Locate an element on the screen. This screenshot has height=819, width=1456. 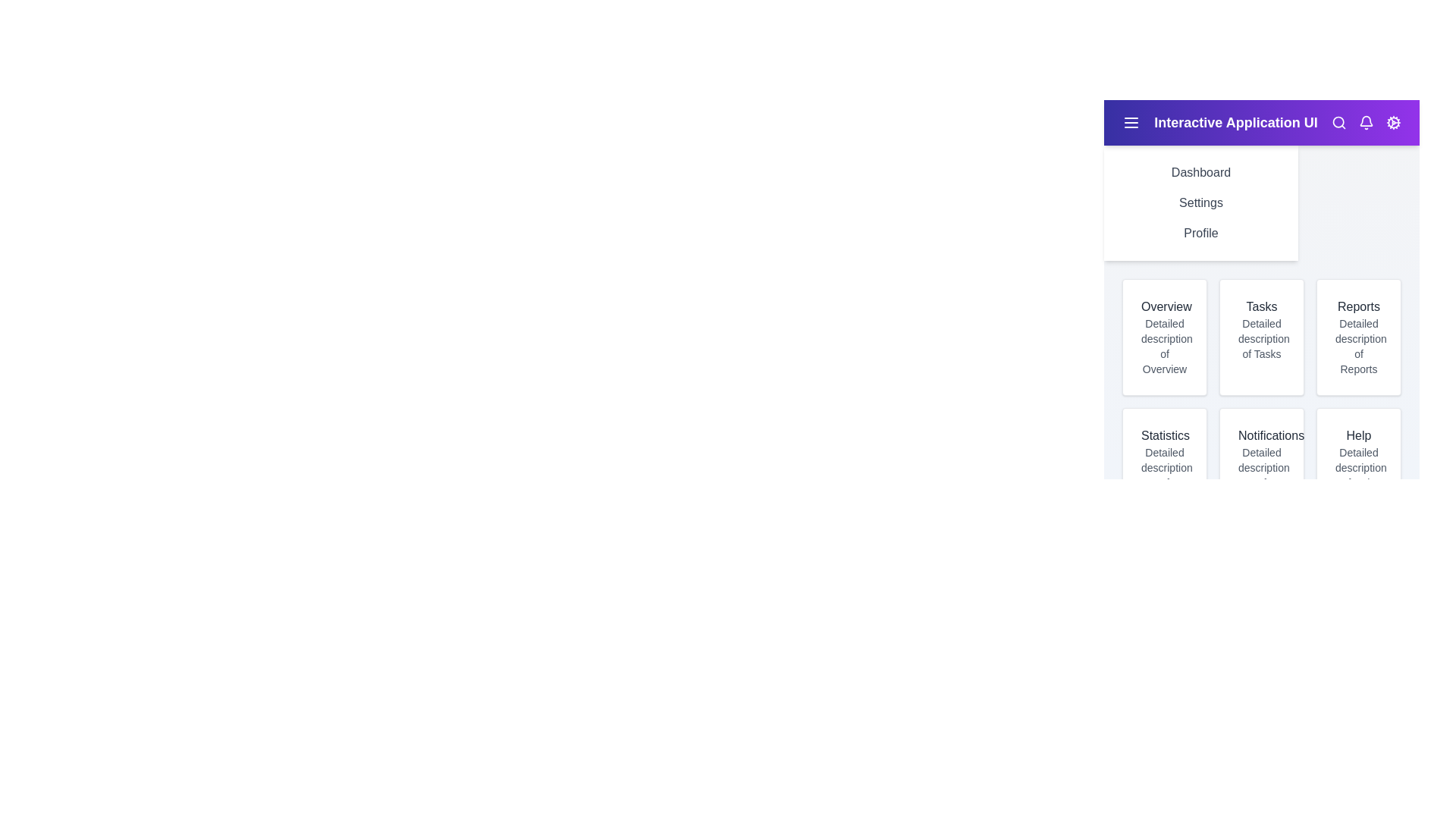
the Help card to interact with its content is located at coordinates (1358, 465).